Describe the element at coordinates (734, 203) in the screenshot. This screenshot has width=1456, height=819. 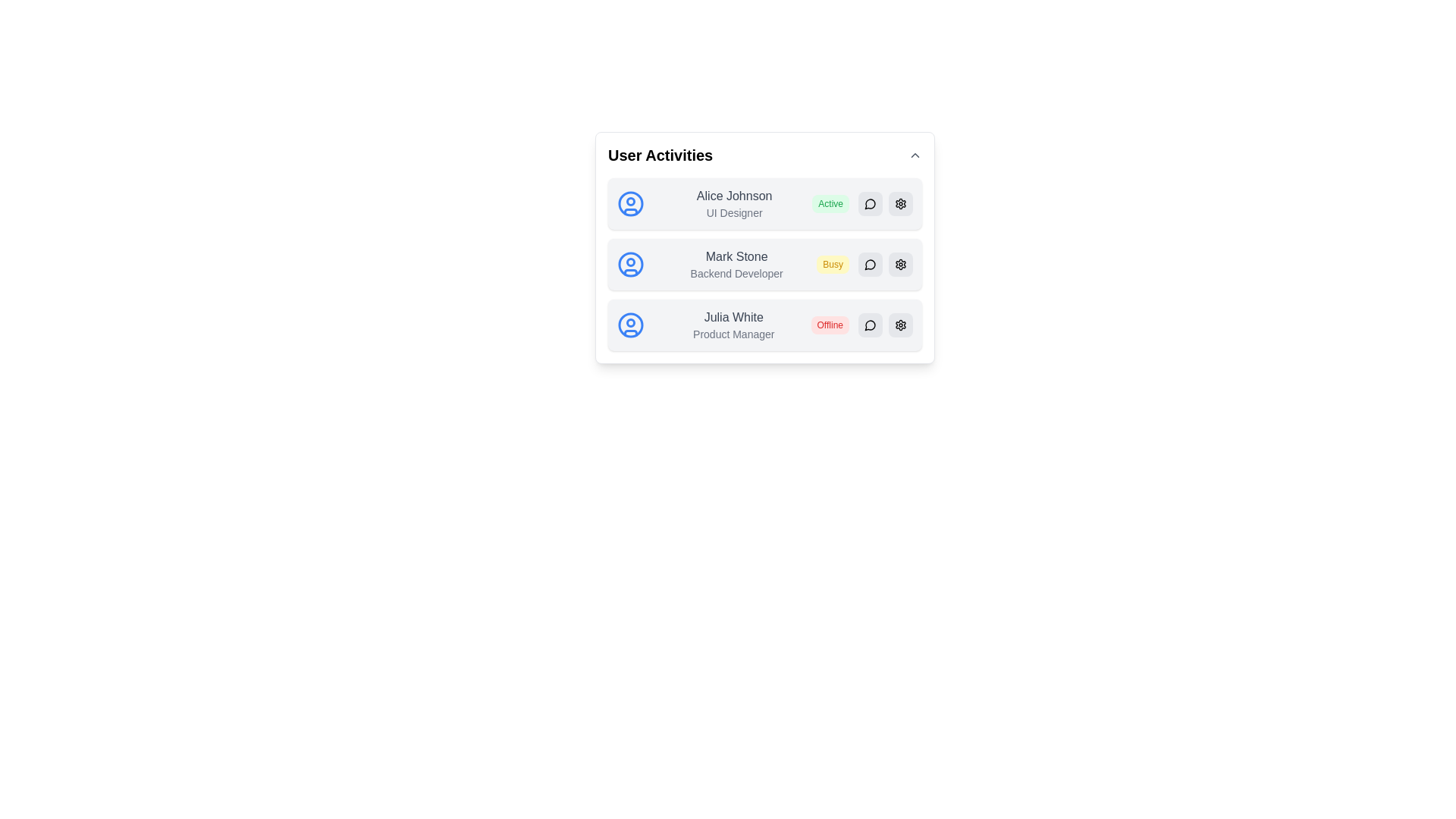
I see `the text block displaying 'Alice Johnson' with the designation 'UI Designer', located in the user activities list, positioned right of the blue user icon and left of the green 'Active' status label` at that location.